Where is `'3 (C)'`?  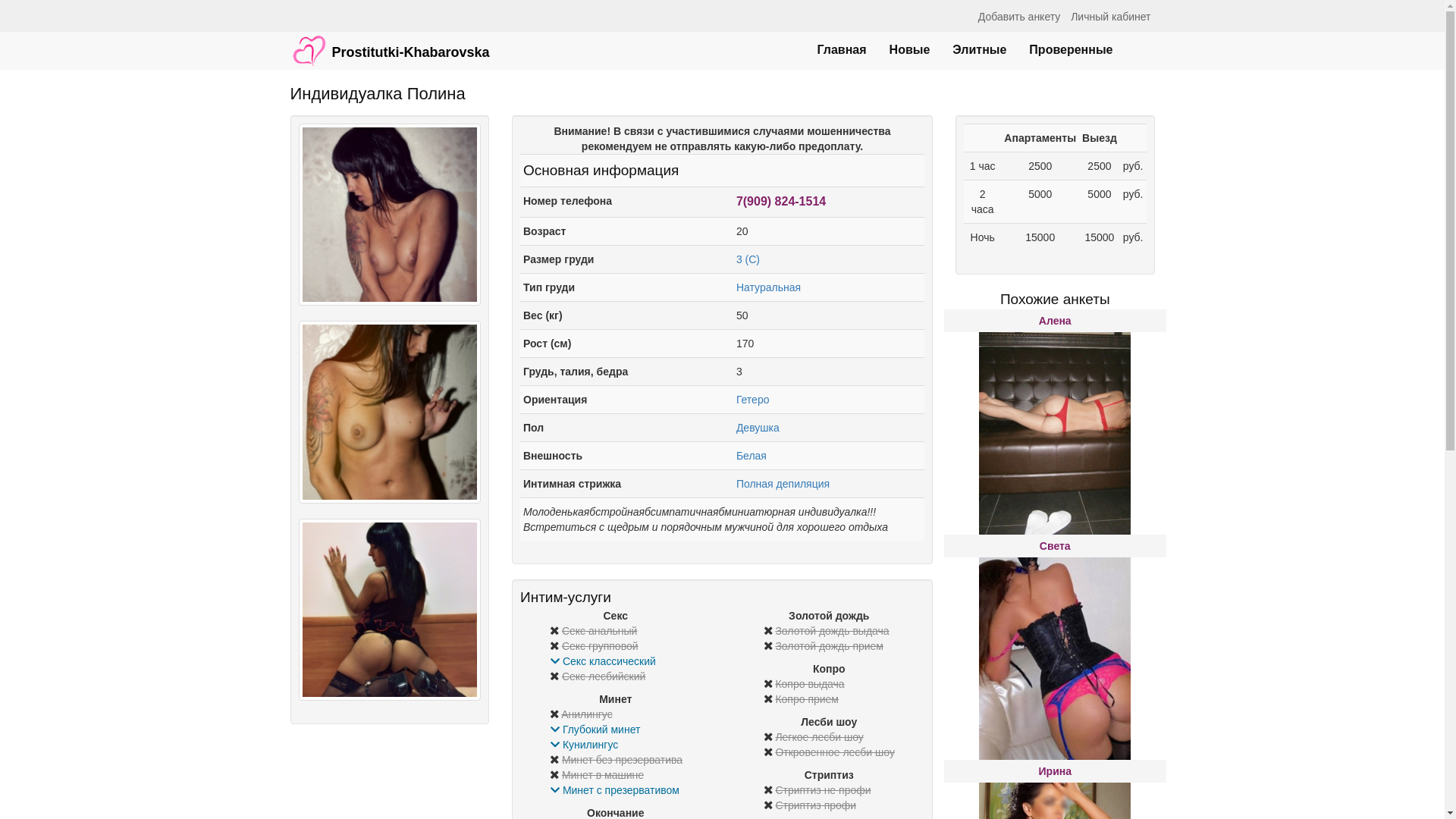 '3 (C)' is located at coordinates (748, 259).